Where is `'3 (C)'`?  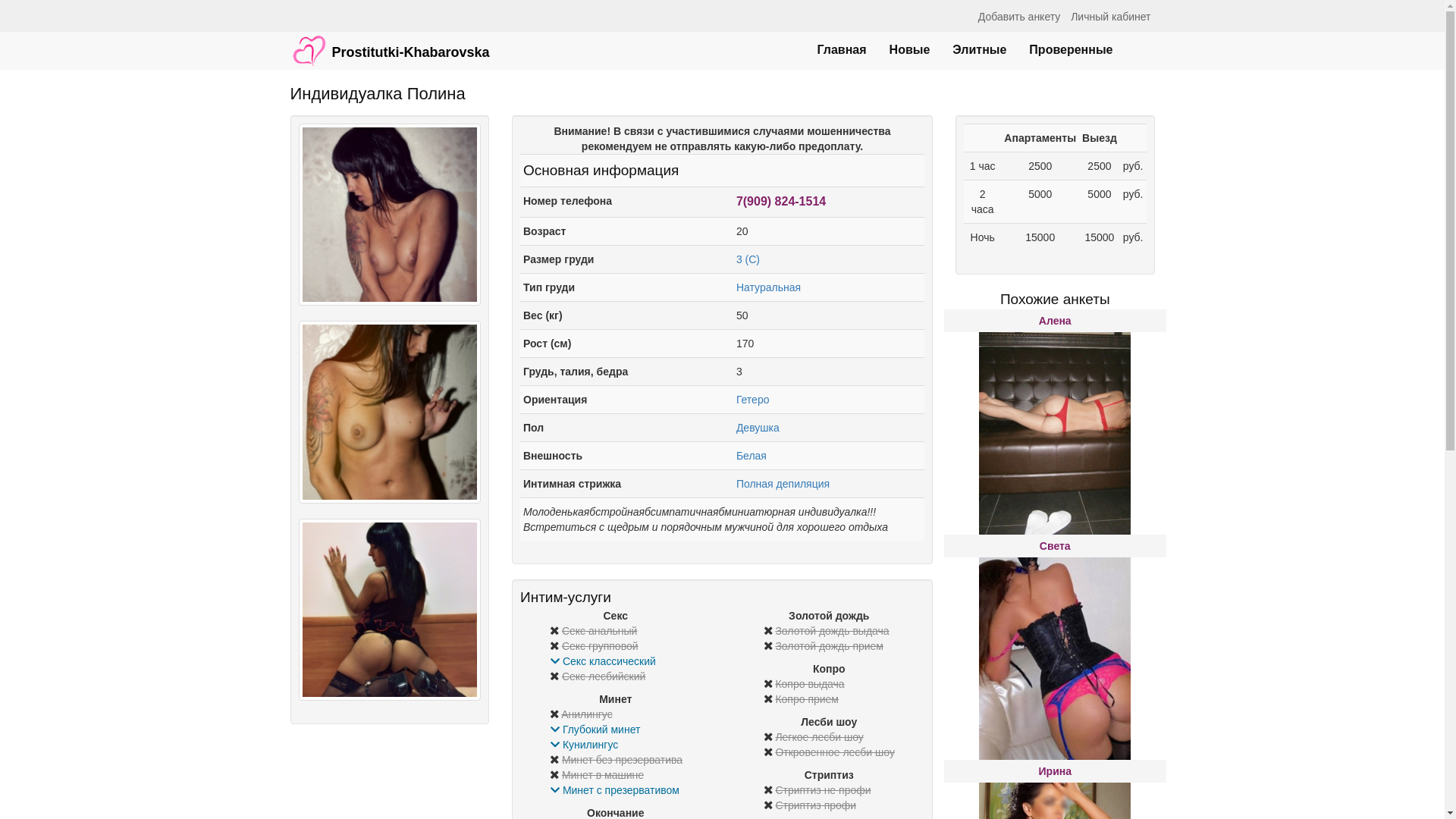 '3 (C)' is located at coordinates (748, 259).